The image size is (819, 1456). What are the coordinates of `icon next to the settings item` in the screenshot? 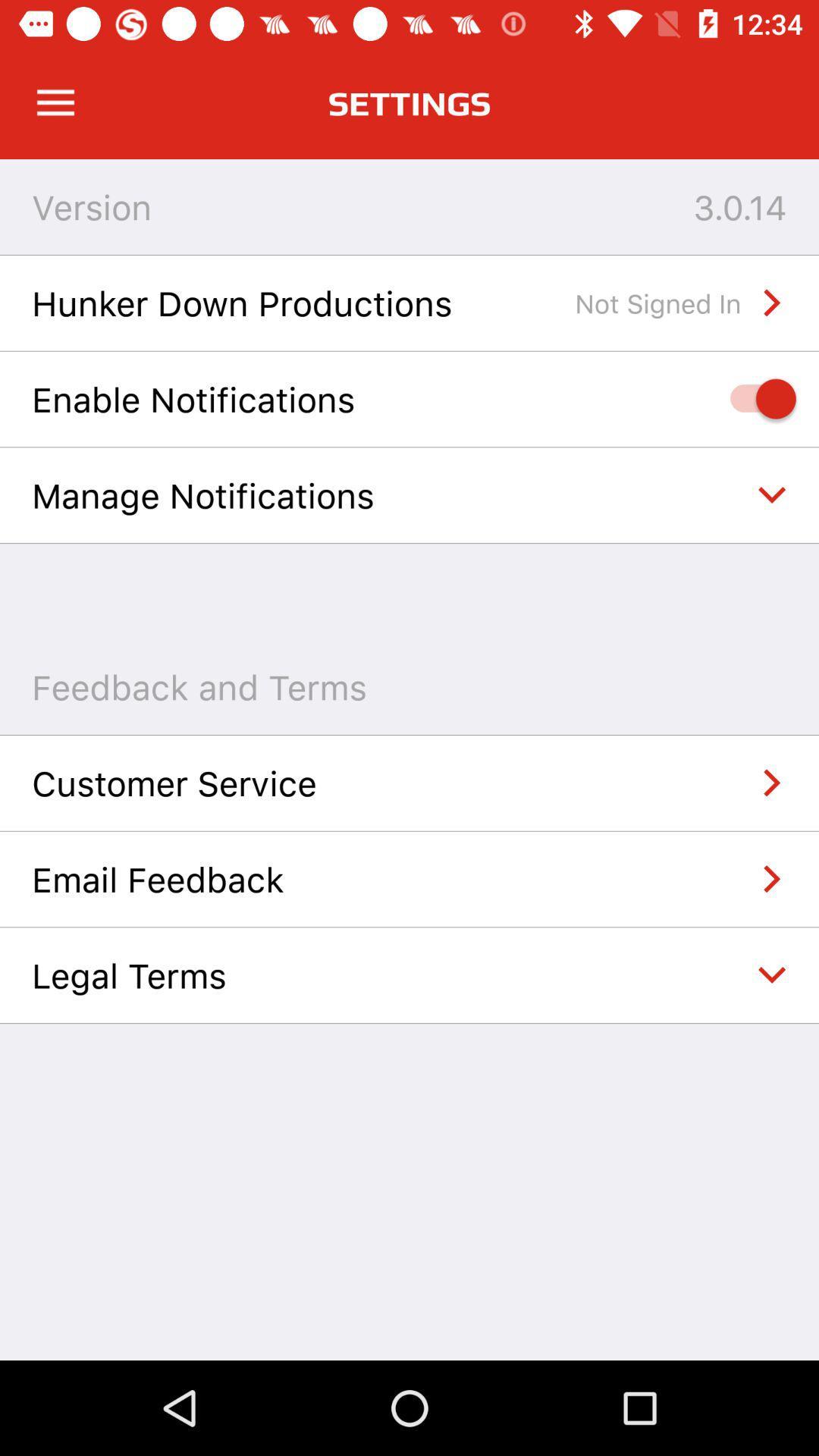 It's located at (55, 102).